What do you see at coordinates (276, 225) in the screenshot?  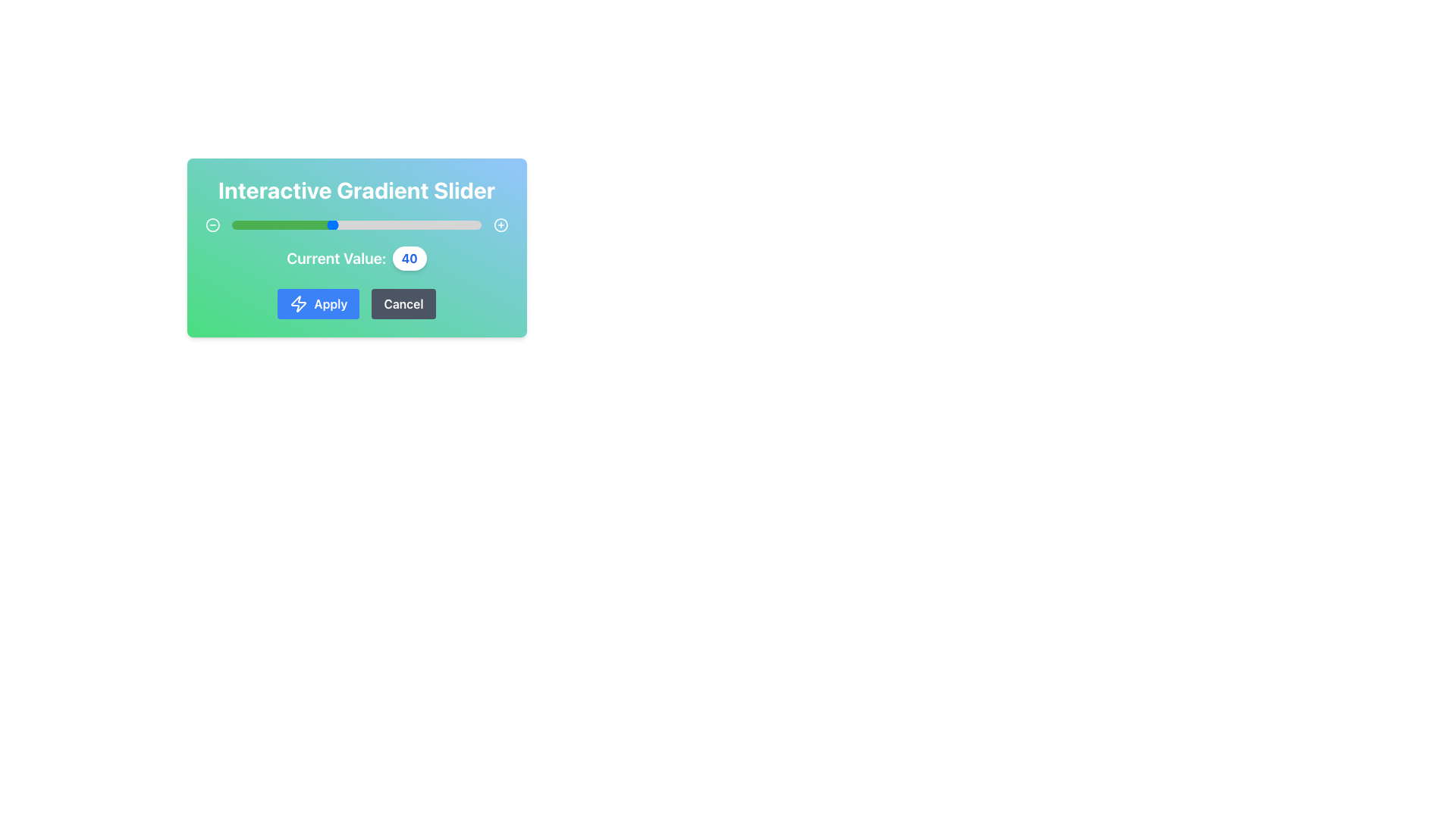 I see `the slider` at bounding box center [276, 225].